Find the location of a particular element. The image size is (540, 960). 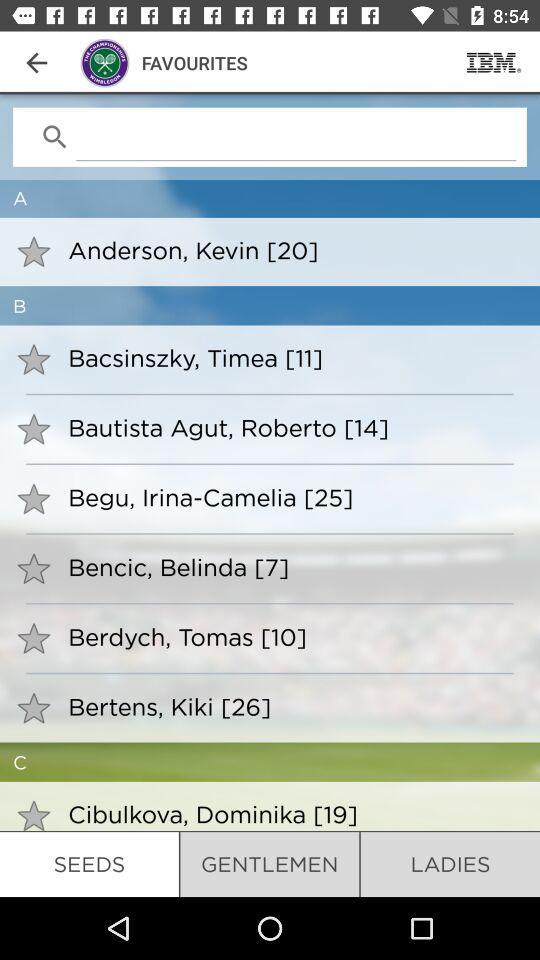

the icon above the seeds is located at coordinates (290, 814).